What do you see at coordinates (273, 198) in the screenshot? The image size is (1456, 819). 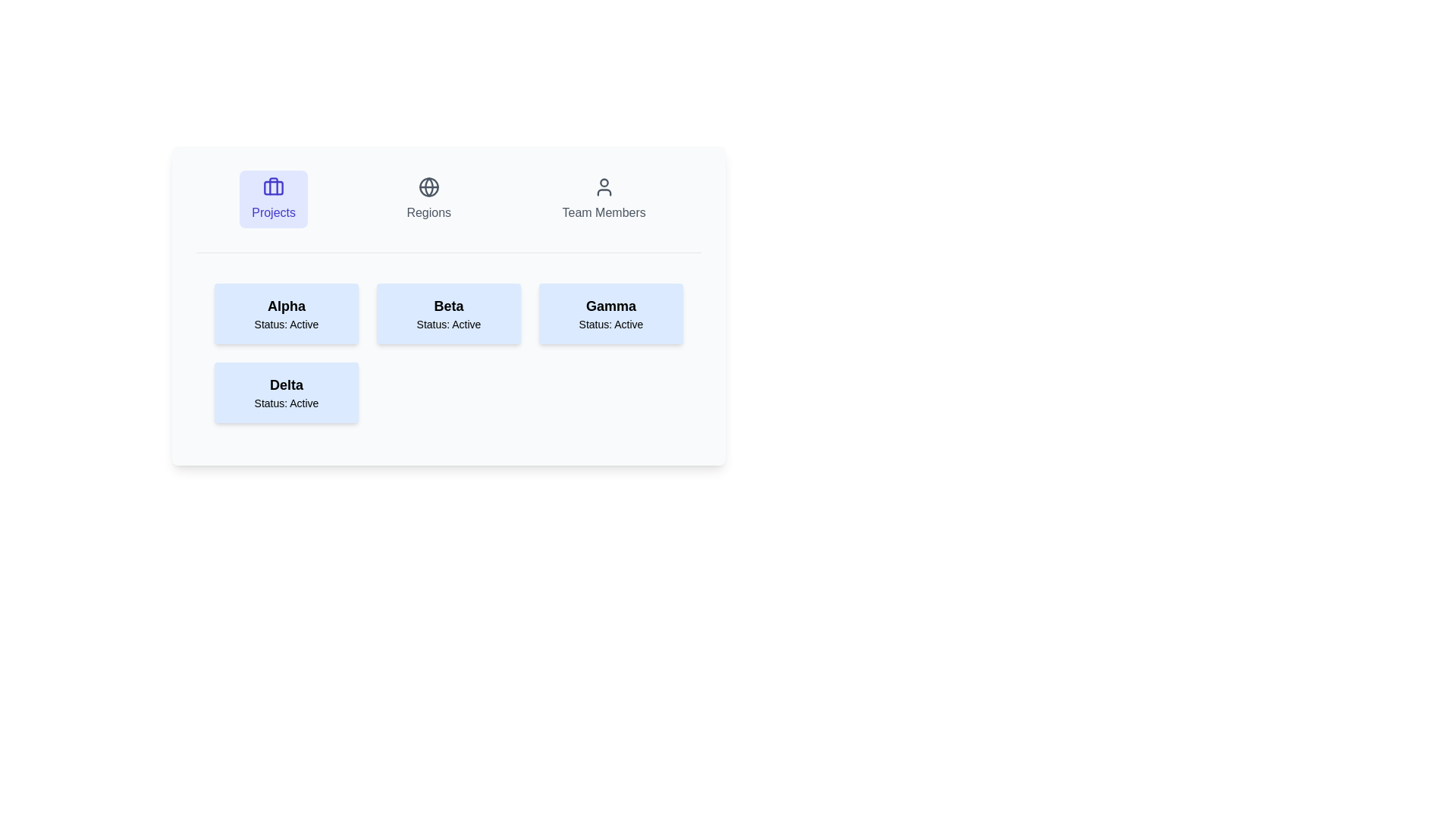 I see `the Projects tab by clicking on its button` at bounding box center [273, 198].